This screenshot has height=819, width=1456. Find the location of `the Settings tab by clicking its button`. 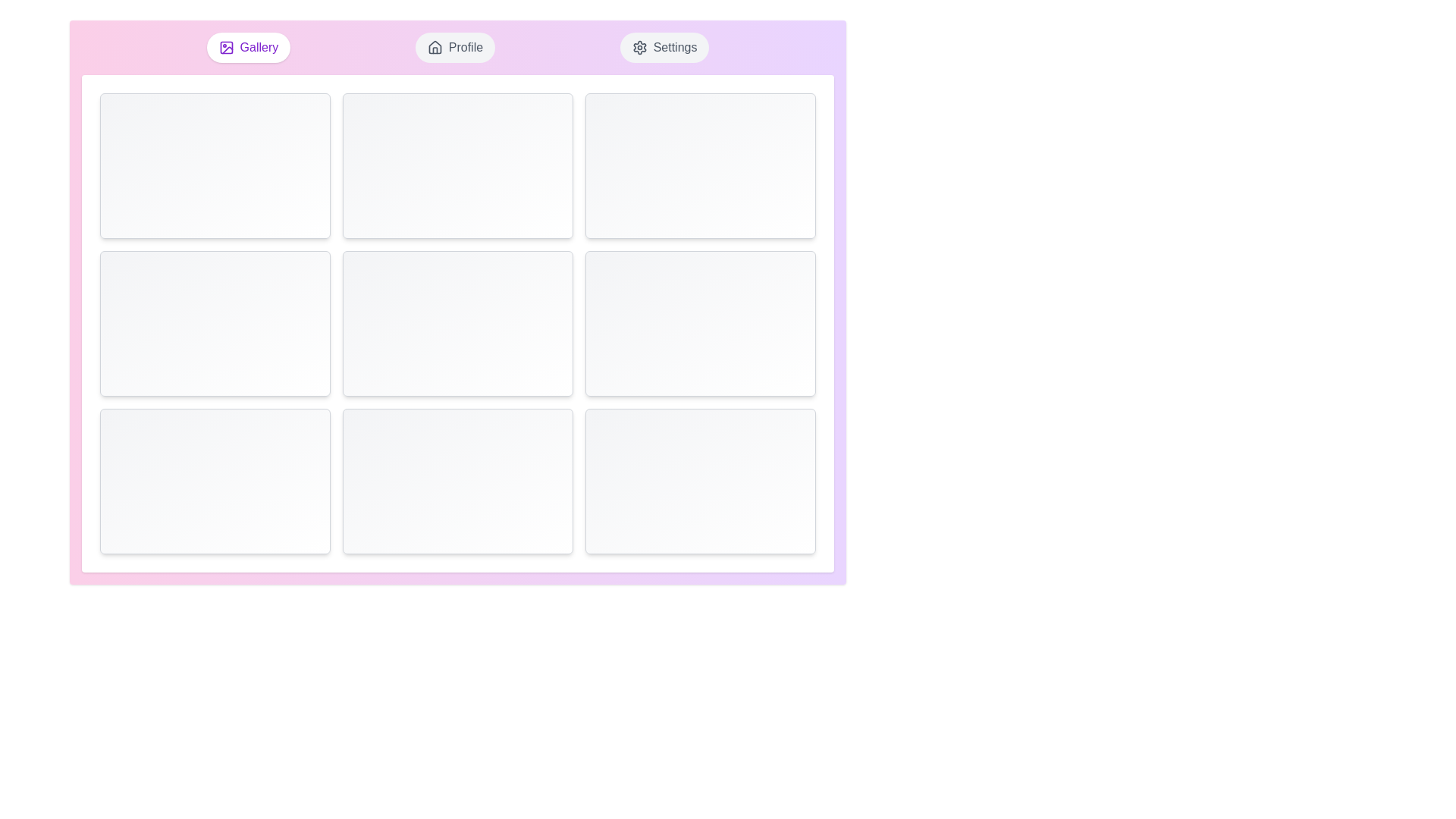

the Settings tab by clicking its button is located at coordinates (664, 46).